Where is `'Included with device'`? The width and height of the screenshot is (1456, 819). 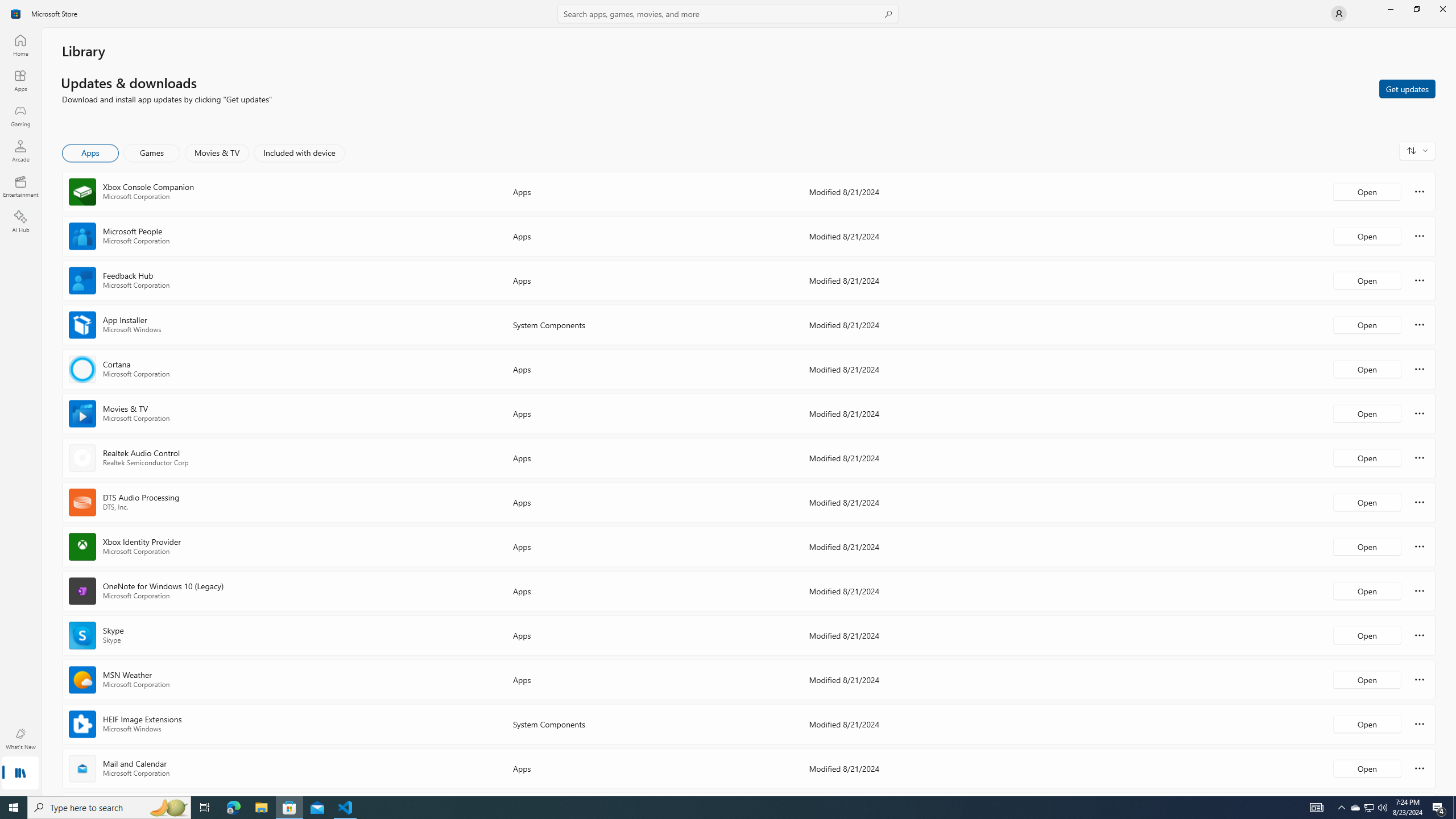
'Included with device' is located at coordinates (299, 152).